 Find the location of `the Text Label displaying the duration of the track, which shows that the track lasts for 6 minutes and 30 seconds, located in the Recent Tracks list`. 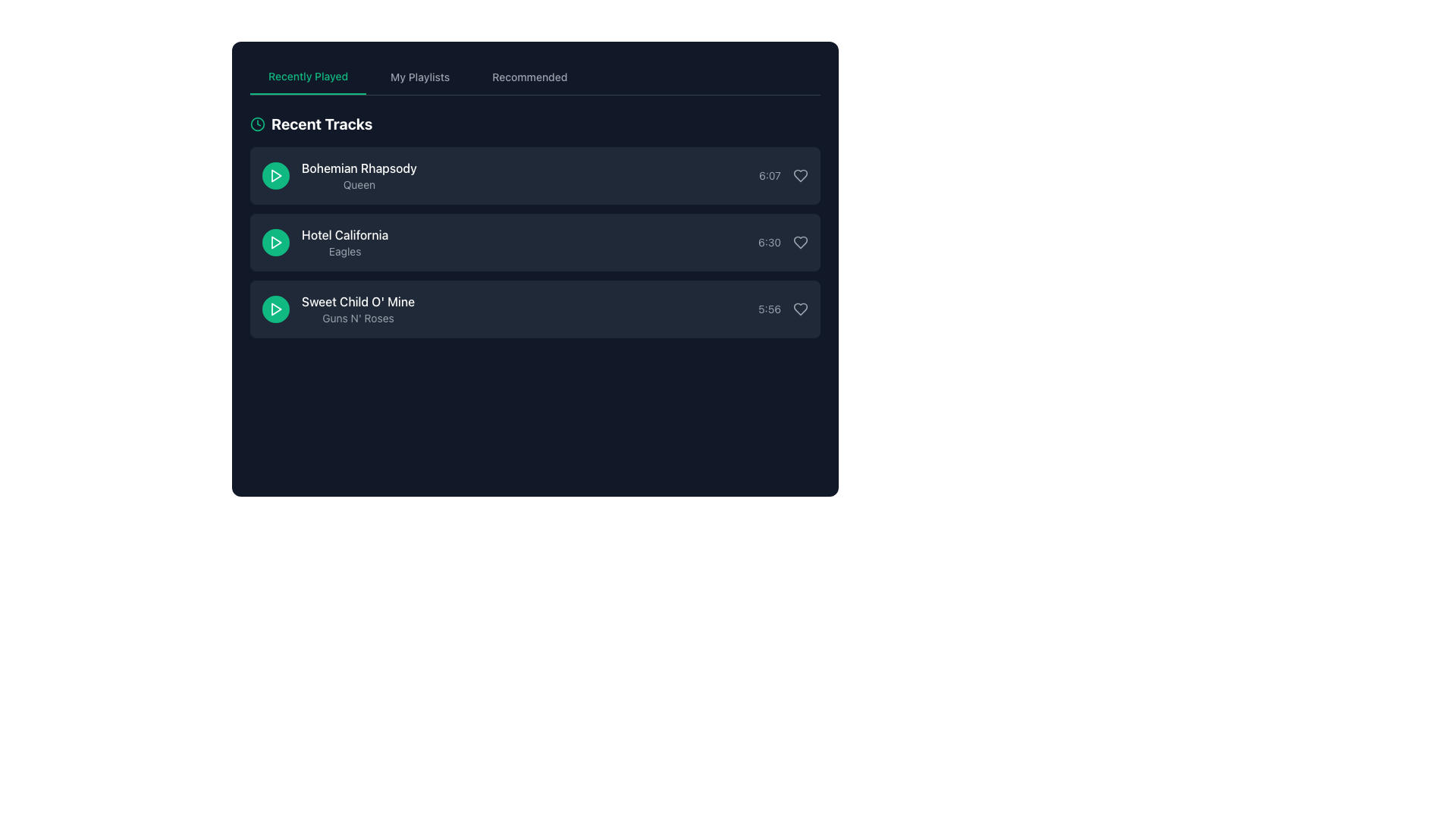

the Text Label displaying the duration of the track, which shows that the track lasts for 6 minutes and 30 seconds, located in the Recent Tracks list is located at coordinates (769, 242).